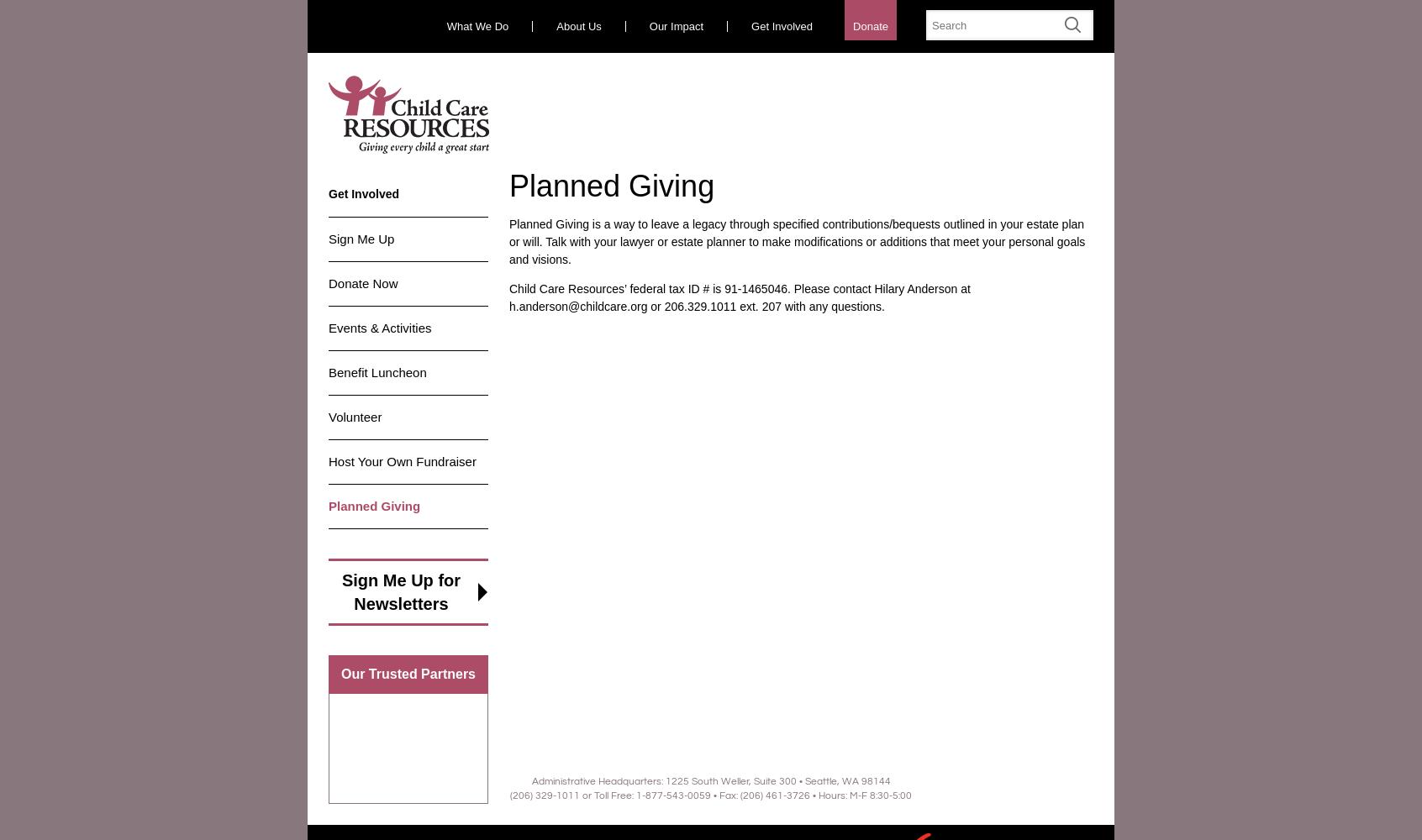 The width and height of the screenshot is (1422, 840). Describe the element at coordinates (360, 239) in the screenshot. I see `'Sign Me Up'` at that location.